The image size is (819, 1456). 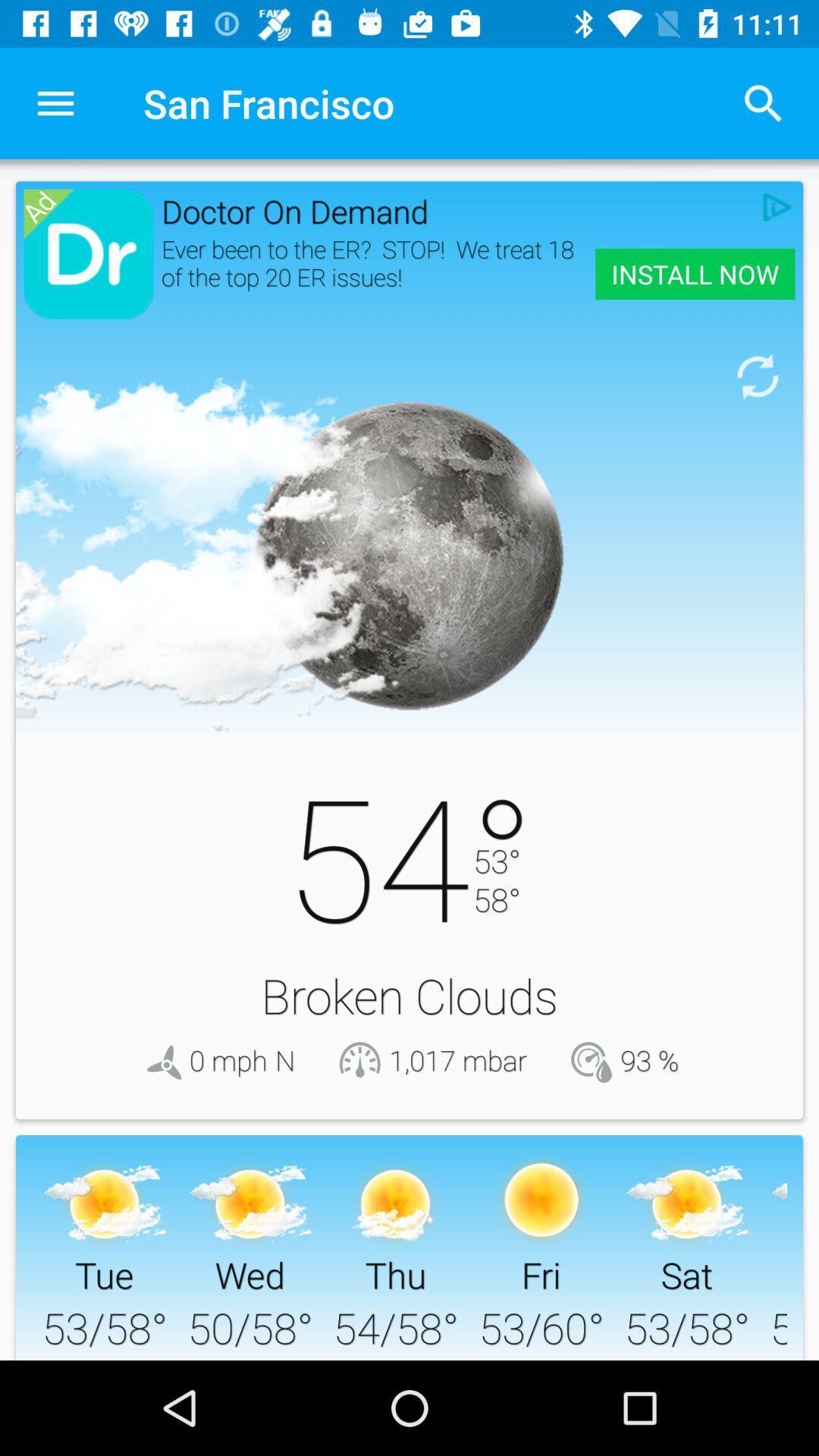 I want to click on icon to the left of san francisco item, so click(x=55, y=102).